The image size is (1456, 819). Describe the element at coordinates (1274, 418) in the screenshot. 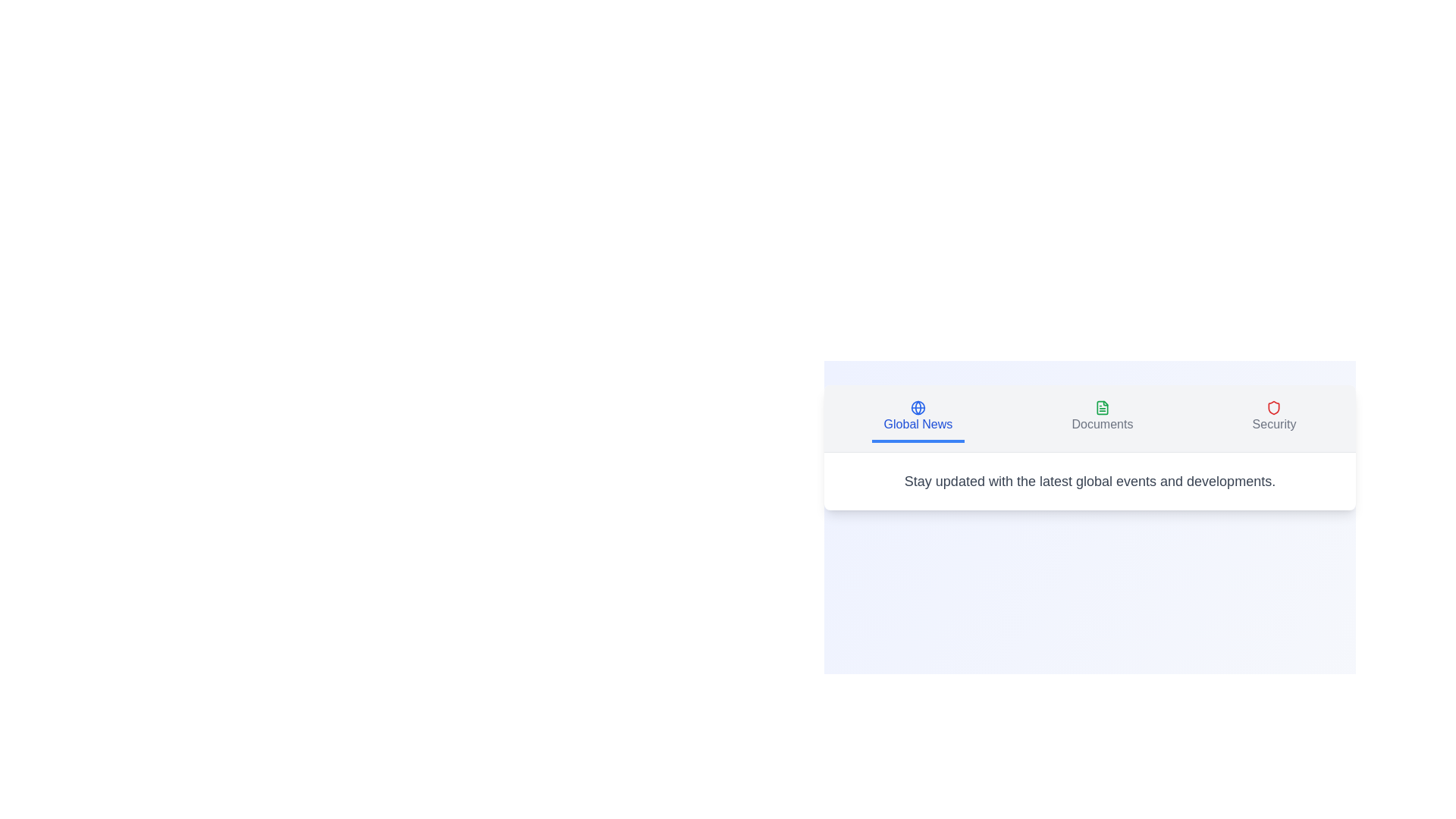

I see `the Security tab to view its content` at that location.